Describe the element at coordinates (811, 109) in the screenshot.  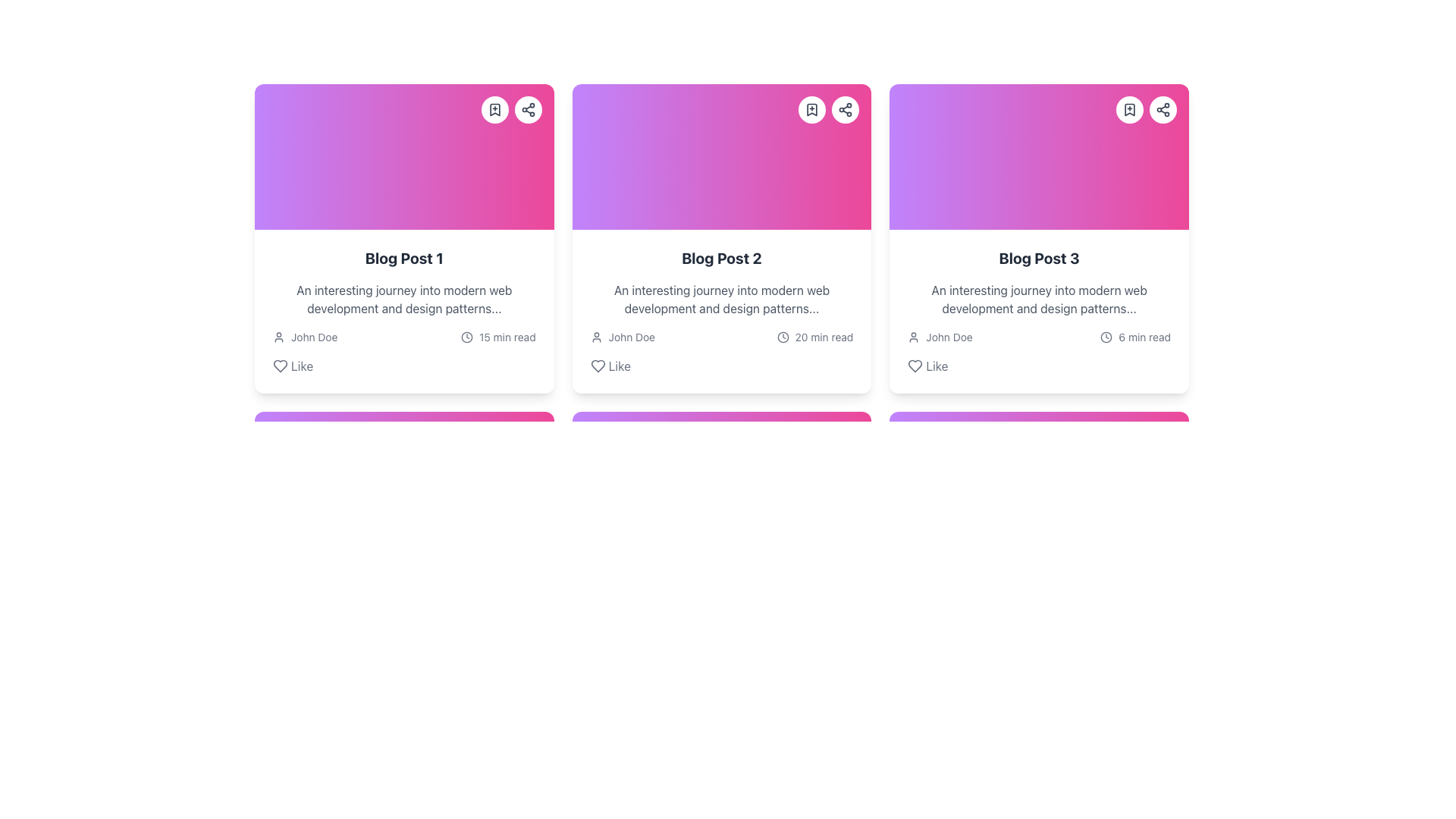
I see `the left-most circular button in the top-right corner of the second card` at that location.